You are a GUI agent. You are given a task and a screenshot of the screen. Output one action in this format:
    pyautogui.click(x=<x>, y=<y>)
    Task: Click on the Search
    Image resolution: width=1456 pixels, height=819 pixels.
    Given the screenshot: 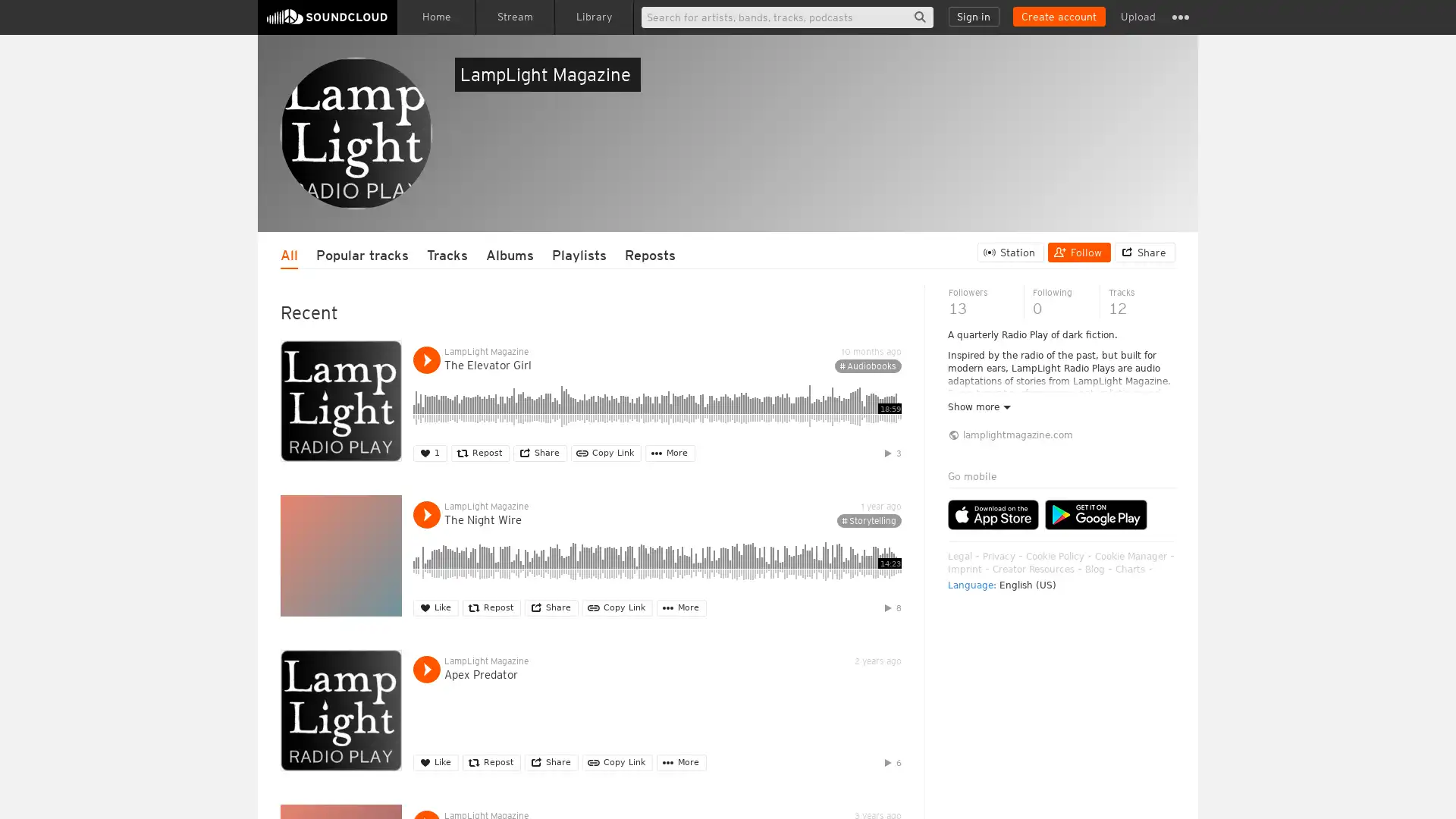 What is the action you would take?
    pyautogui.click(x=919, y=17)
    